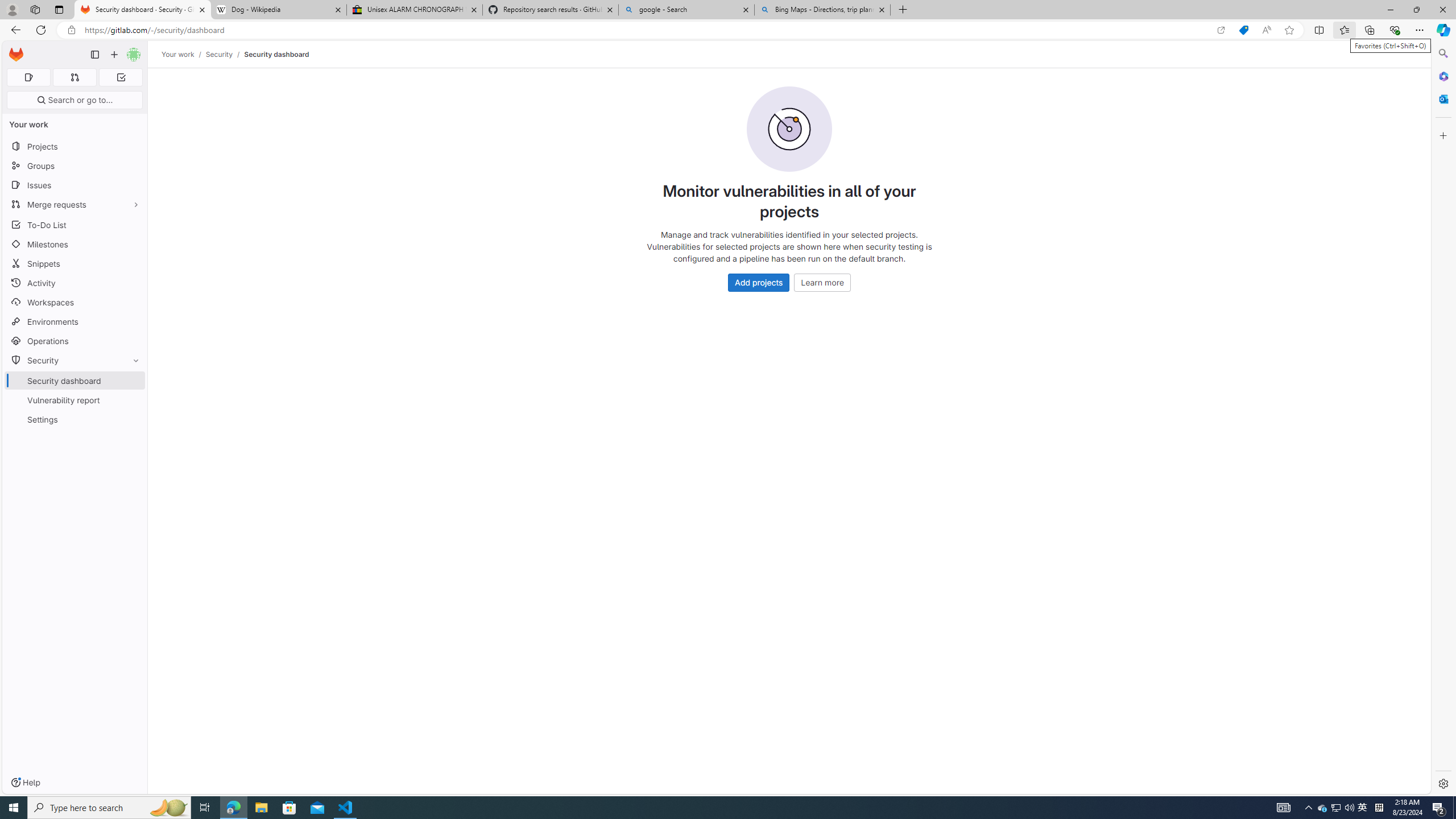 This screenshot has width=1456, height=819. What do you see at coordinates (759, 282) in the screenshot?
I see `'Add projects'` at bounding box center [759, 282].